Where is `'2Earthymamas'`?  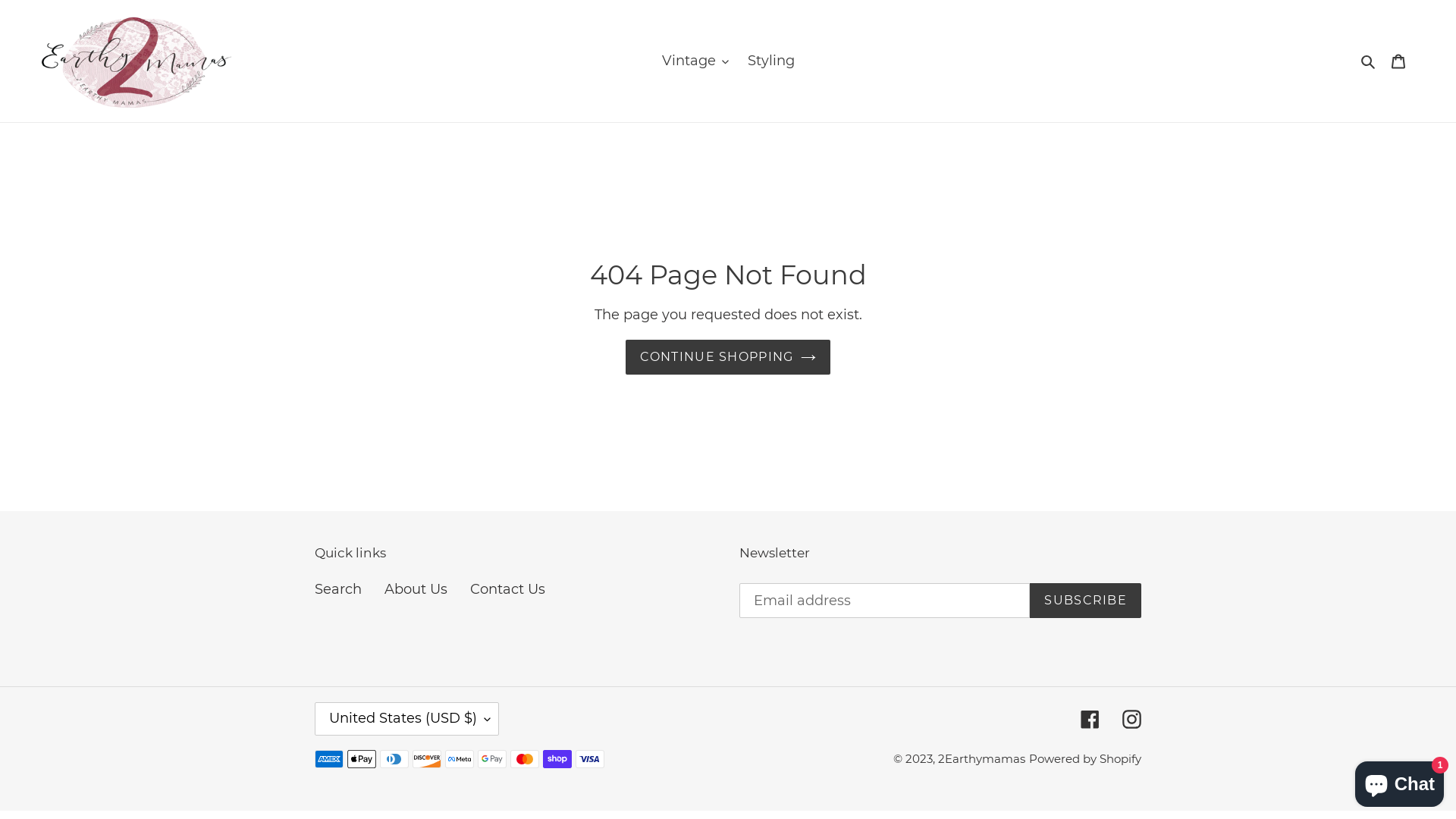 '2Earthymamas' is located at coordinates (981, 758).